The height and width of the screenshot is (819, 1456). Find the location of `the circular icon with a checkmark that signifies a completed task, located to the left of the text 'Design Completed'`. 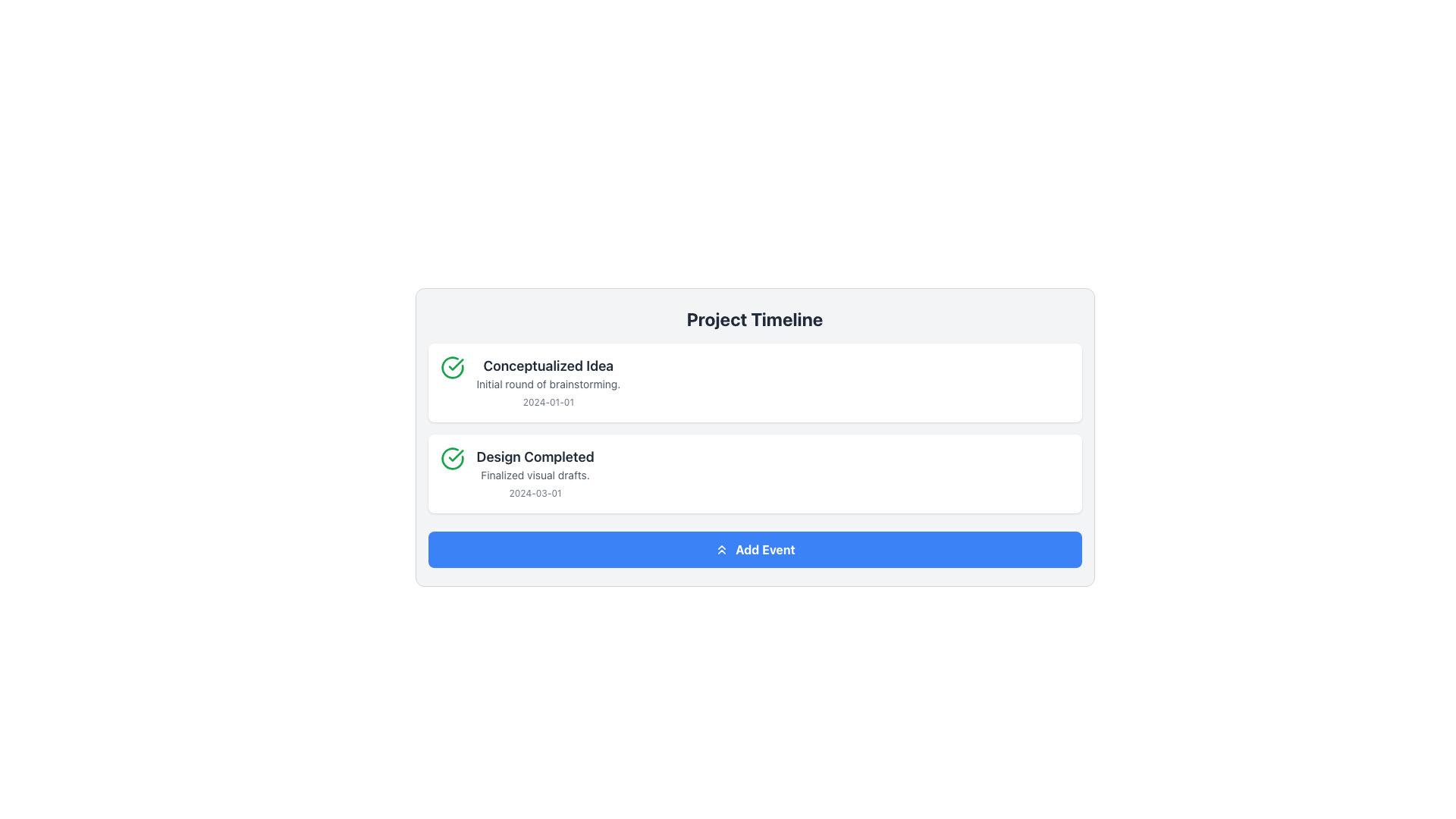

the circular icon with a checkmark that signifies a completed task, located to the left of the text 'Design Completed' is located at coordinates (455, 365).